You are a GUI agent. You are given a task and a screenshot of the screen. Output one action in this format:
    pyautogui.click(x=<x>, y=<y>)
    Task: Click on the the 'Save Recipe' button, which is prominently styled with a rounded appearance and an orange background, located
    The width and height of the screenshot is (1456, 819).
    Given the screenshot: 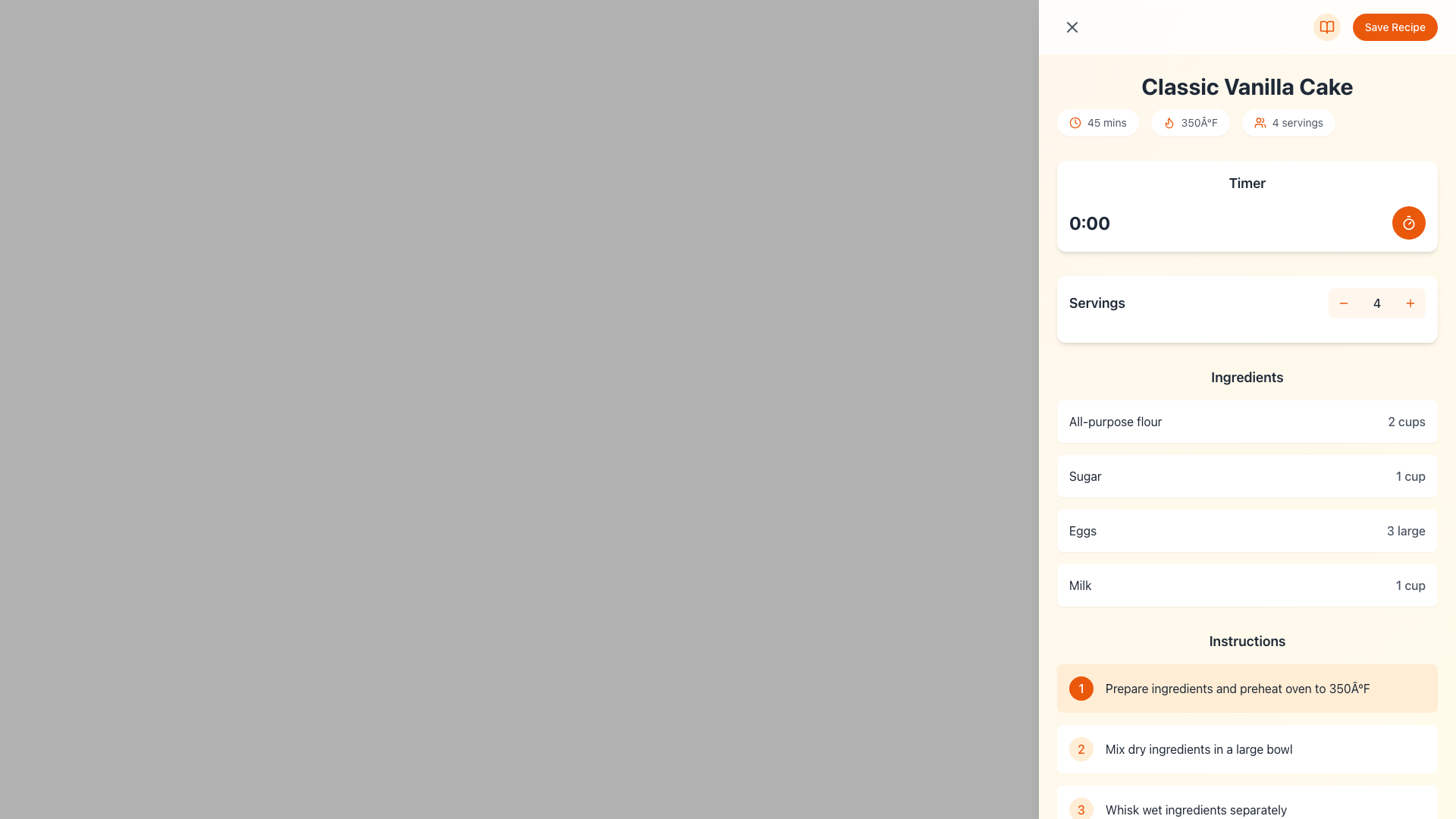 What is the action you would take?
    pyautogui.click(x=1247, y=27)
    